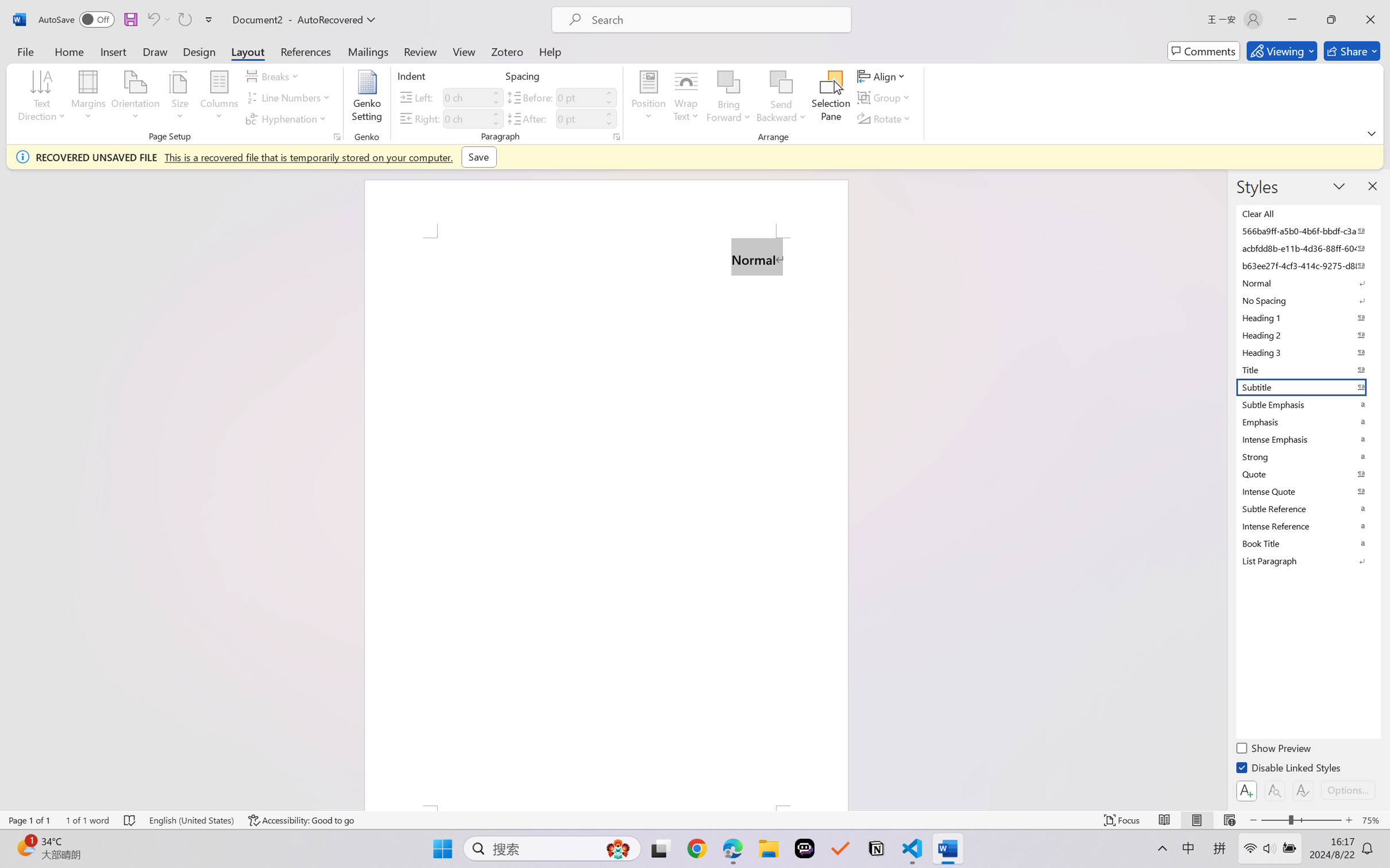  I want to click on 'Line Numbers', so click(289, 98).